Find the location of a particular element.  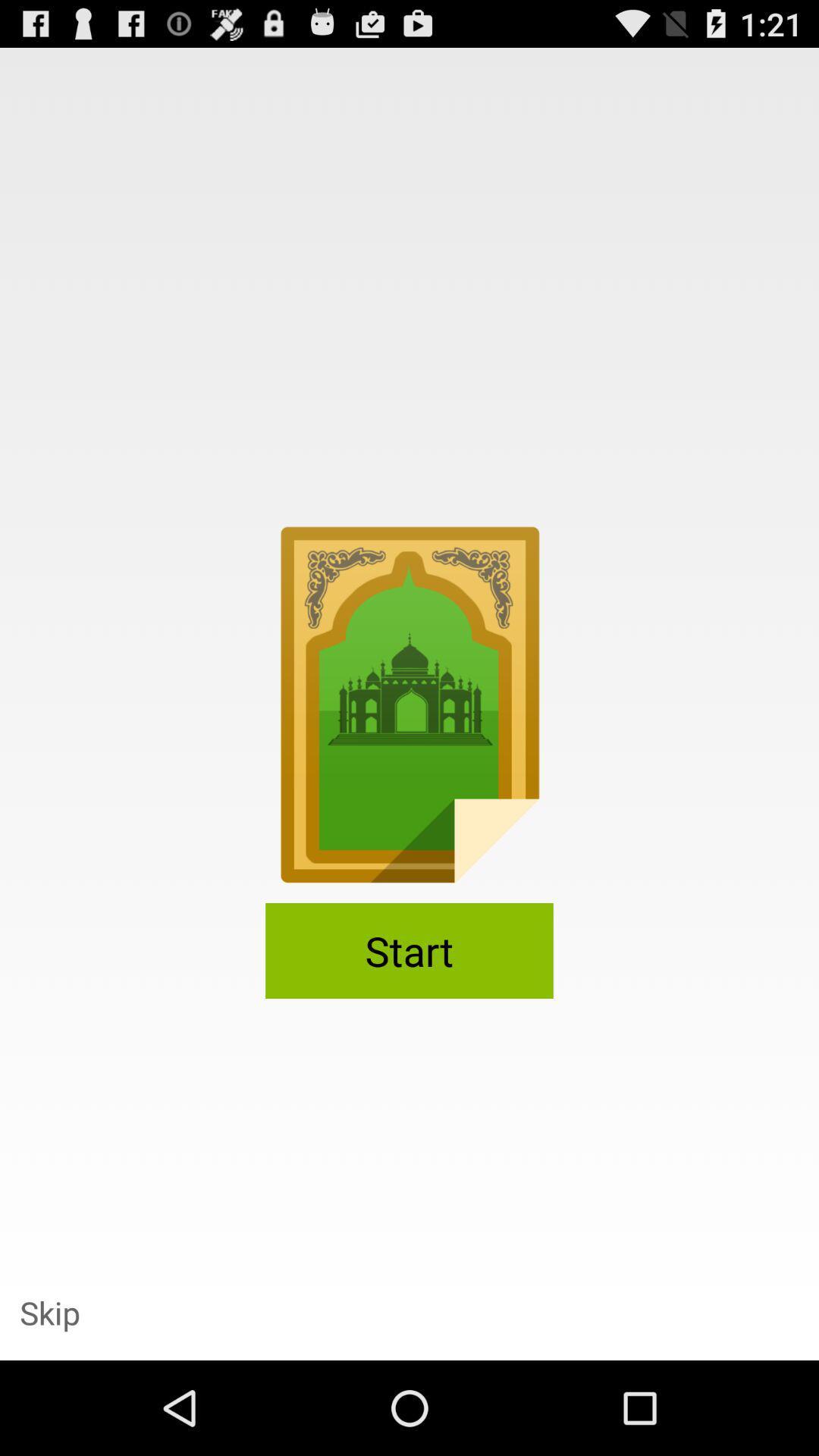

skip item is located at coordinates (49, 1312).